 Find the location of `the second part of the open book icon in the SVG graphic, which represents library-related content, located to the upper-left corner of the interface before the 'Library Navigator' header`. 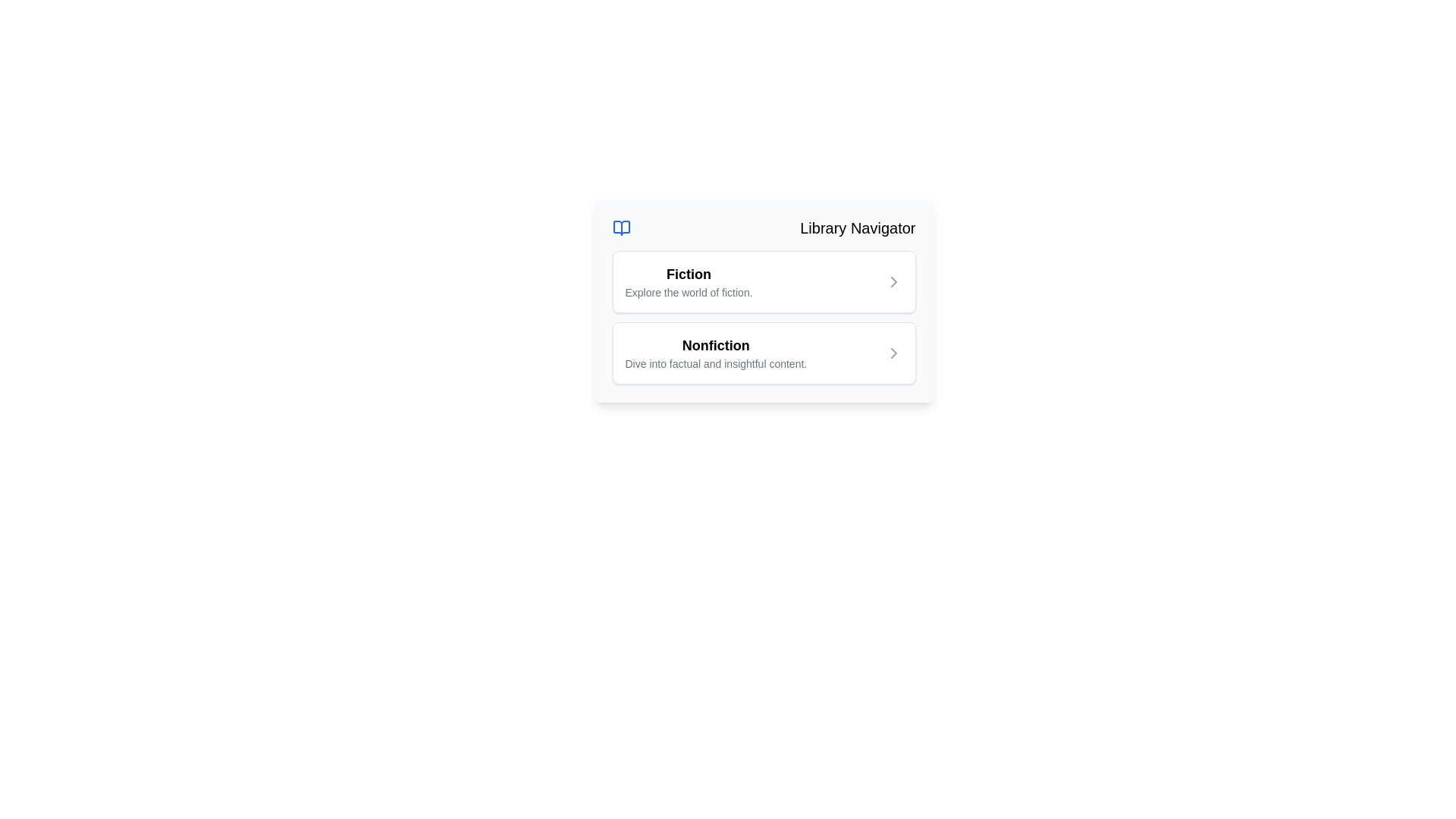

the second part of the open book icon in the SVG graphic, which represents library-related content, located to the upper-left corner of the interface before the 'Library Navigator' header is located at coordinates (621, 227).